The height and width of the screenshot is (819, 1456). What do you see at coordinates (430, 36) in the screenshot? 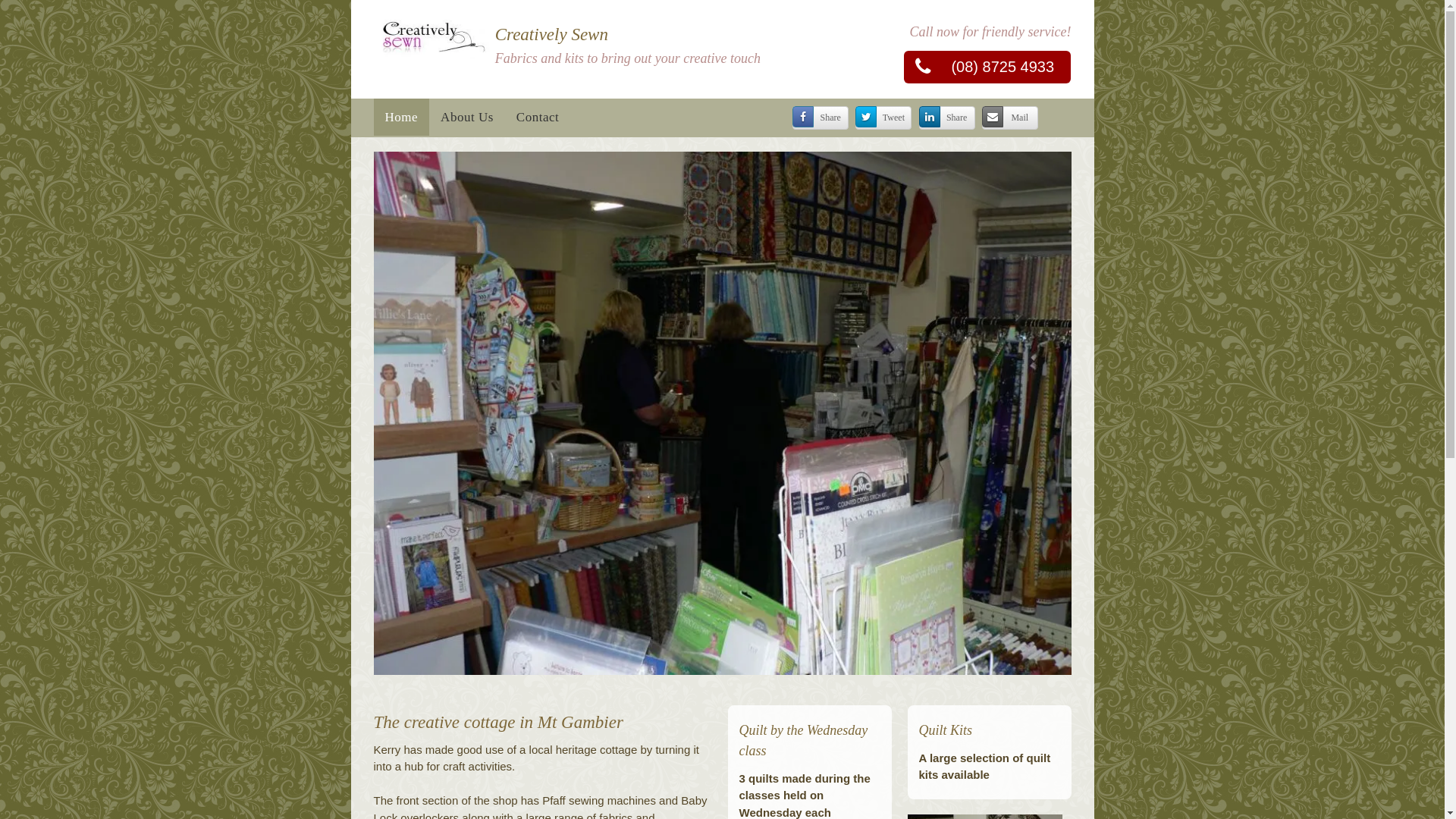
I see `'Logo'` at bounding box center [430, 36].